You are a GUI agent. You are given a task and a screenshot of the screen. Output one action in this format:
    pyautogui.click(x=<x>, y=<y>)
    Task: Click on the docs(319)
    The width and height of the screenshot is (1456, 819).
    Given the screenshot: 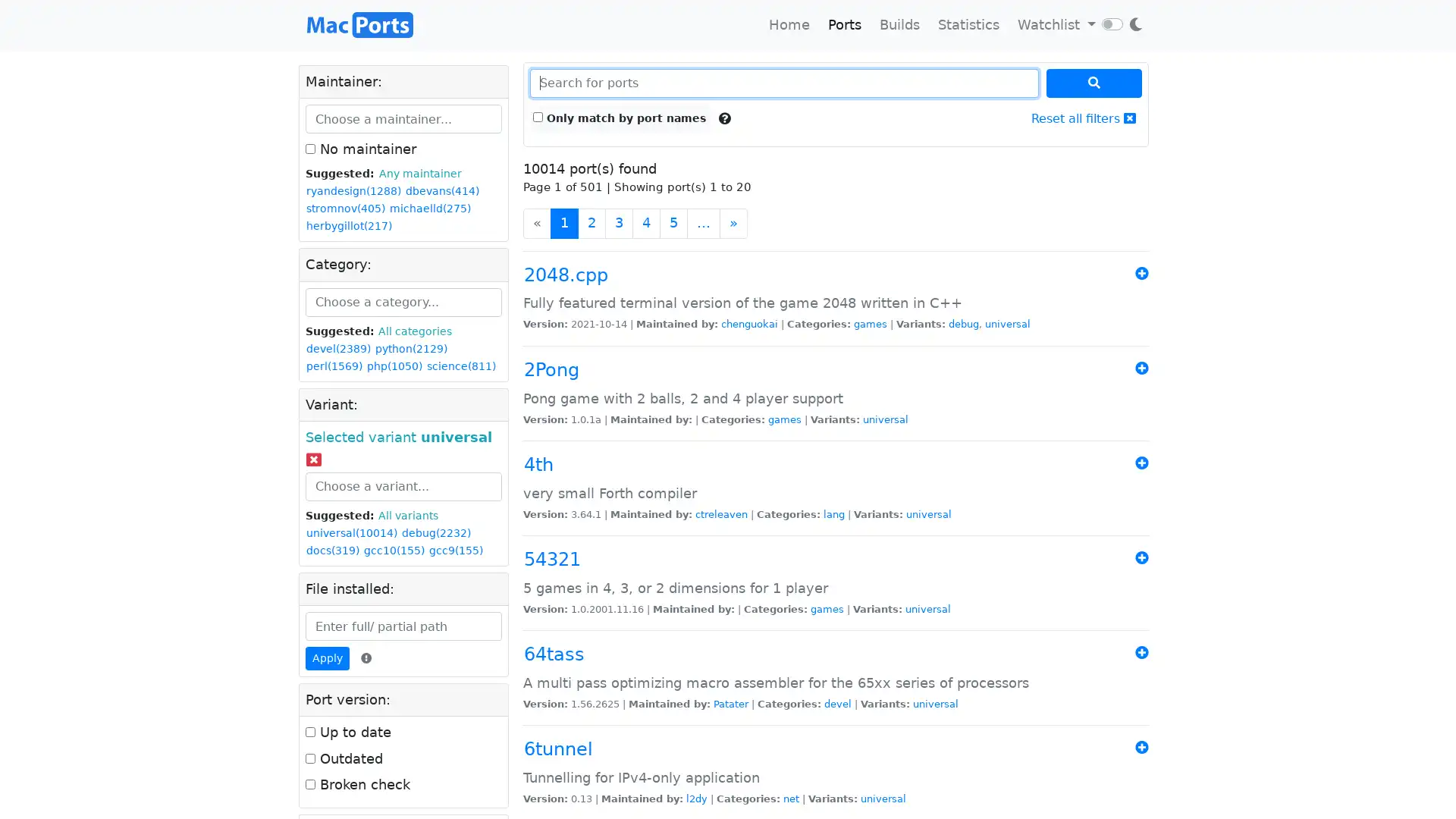 What is the action you would take?
    pyautogui.click(x=331, y=550)
    